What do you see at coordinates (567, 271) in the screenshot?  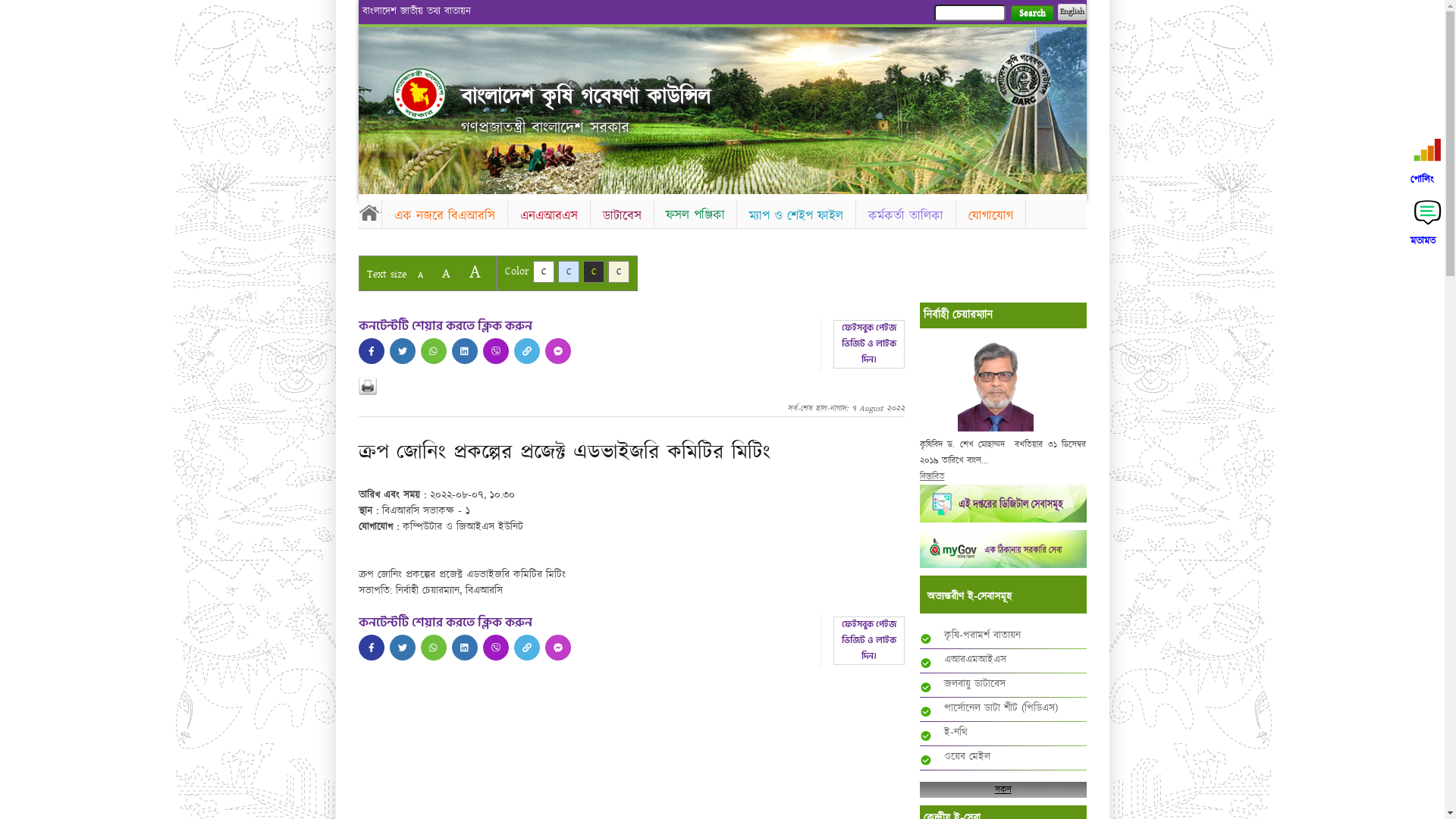 I see `'C'` at bounding box center [567, 271].